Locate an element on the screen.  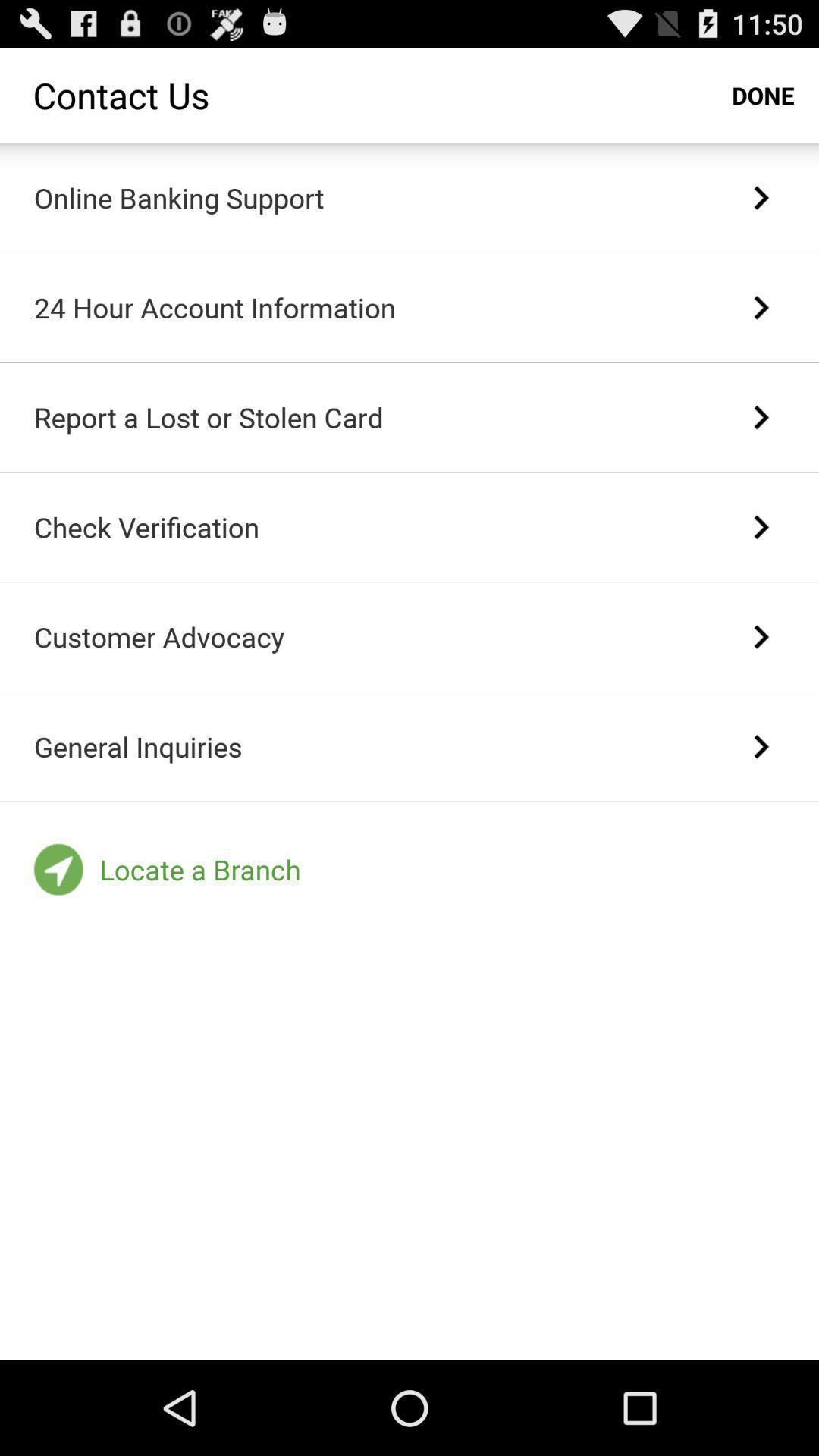
the report a lost item is located at coordinates (209, 417).